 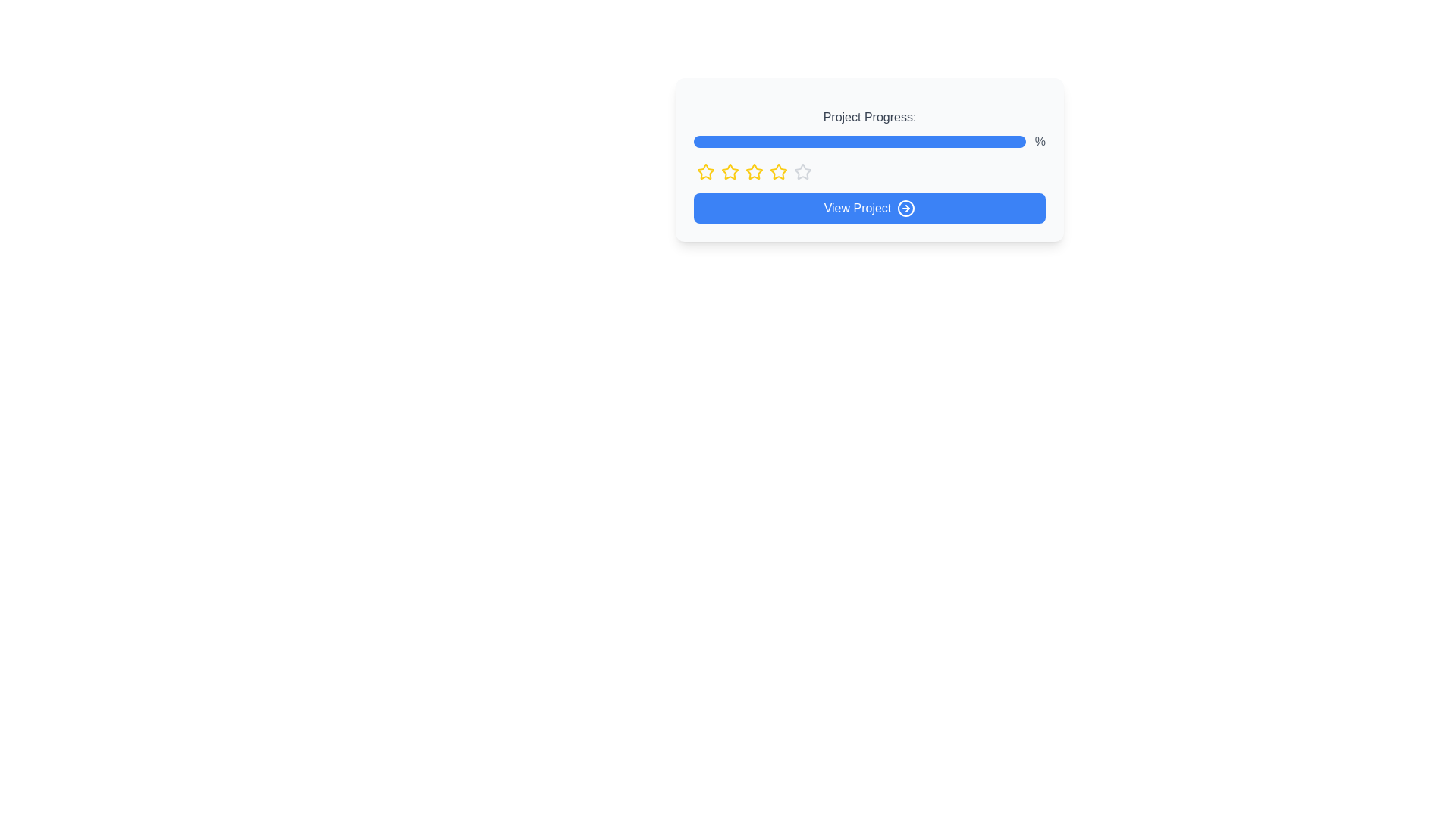 I want to click on the fourth star icon with a yellow outline and white fill, so click(x=779, y=171).